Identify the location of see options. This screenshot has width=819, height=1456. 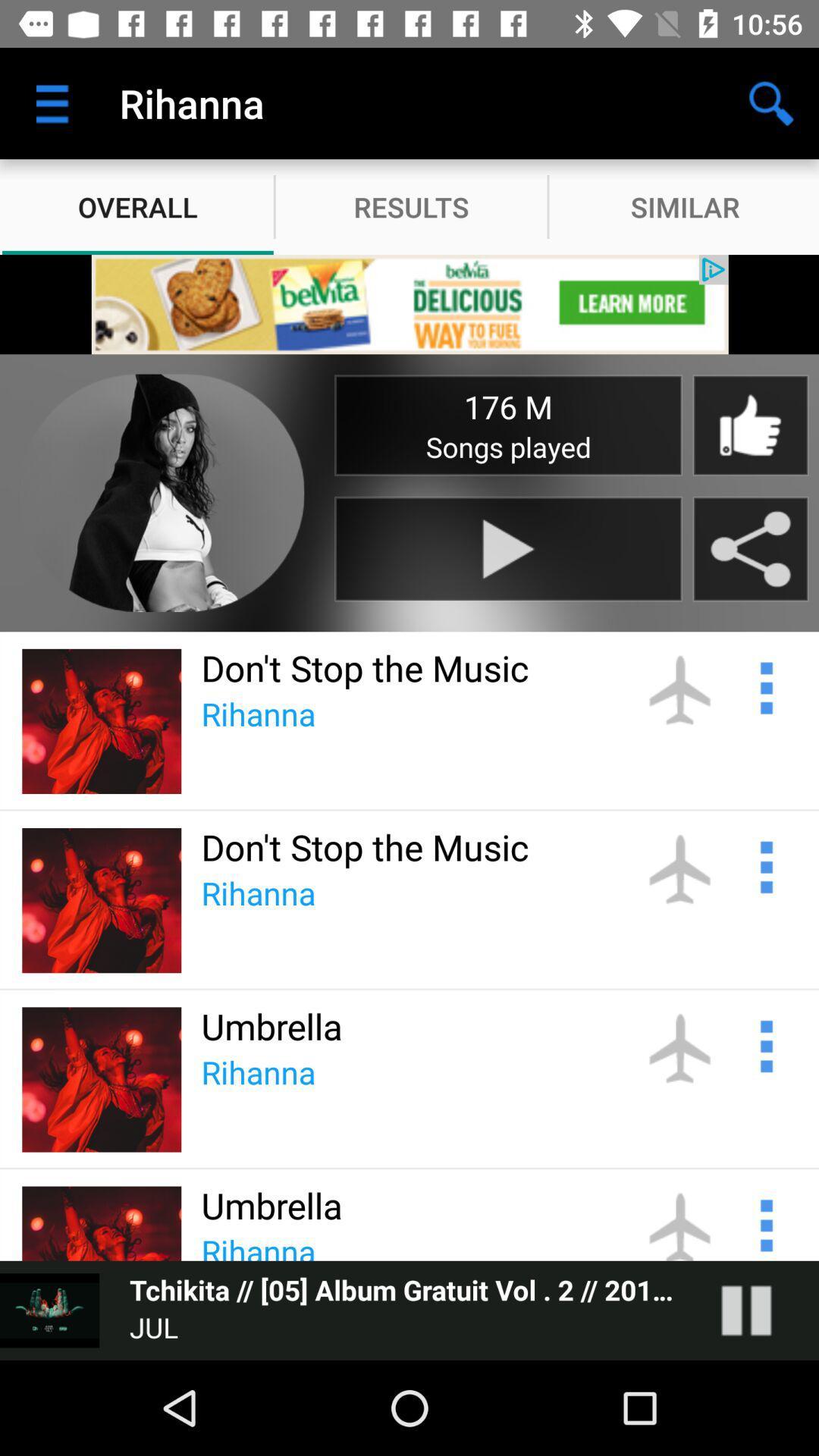
(764, 1223).